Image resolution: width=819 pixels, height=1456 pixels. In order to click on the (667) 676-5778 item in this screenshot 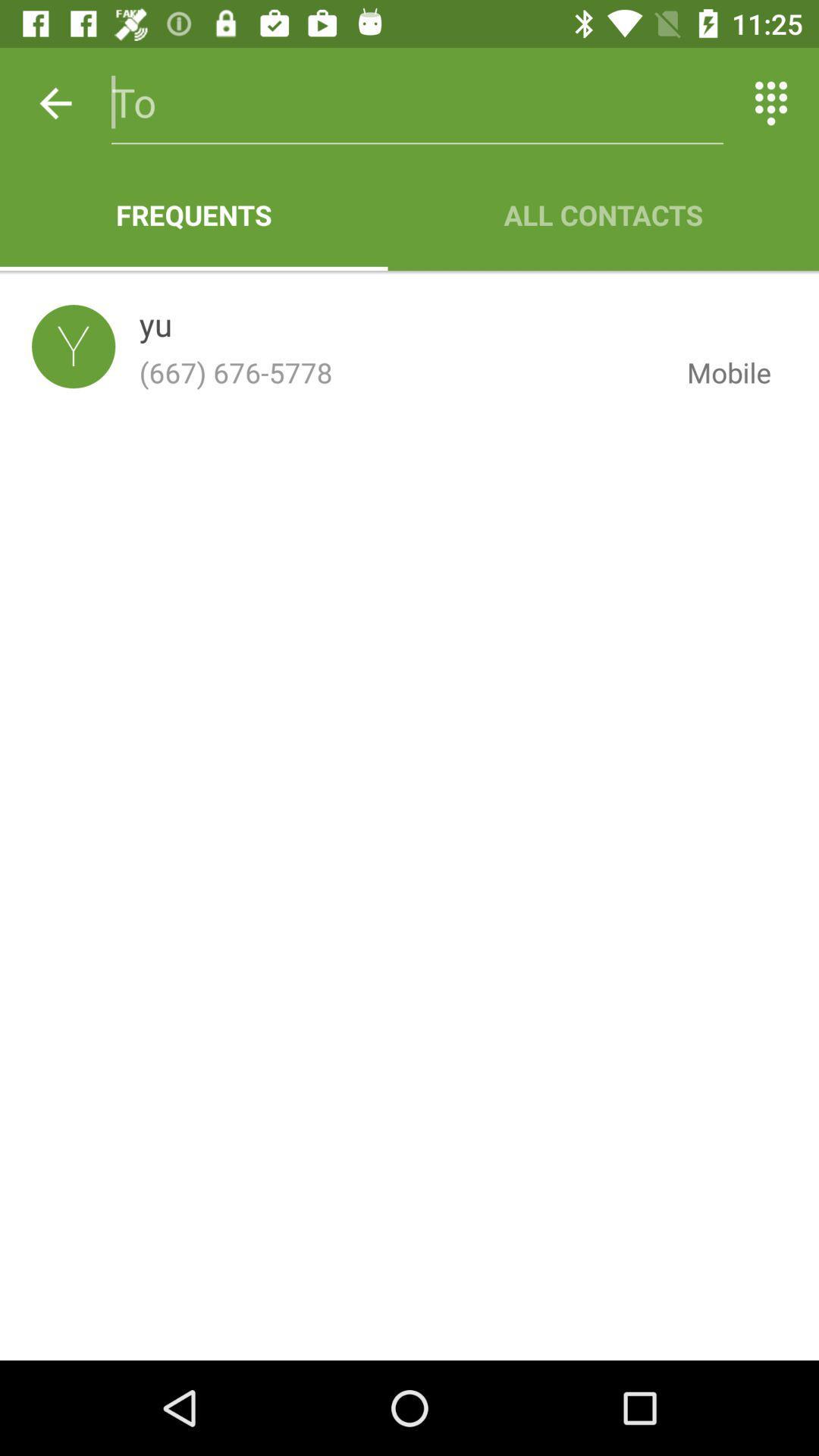, I will do `click(400, 372)`.